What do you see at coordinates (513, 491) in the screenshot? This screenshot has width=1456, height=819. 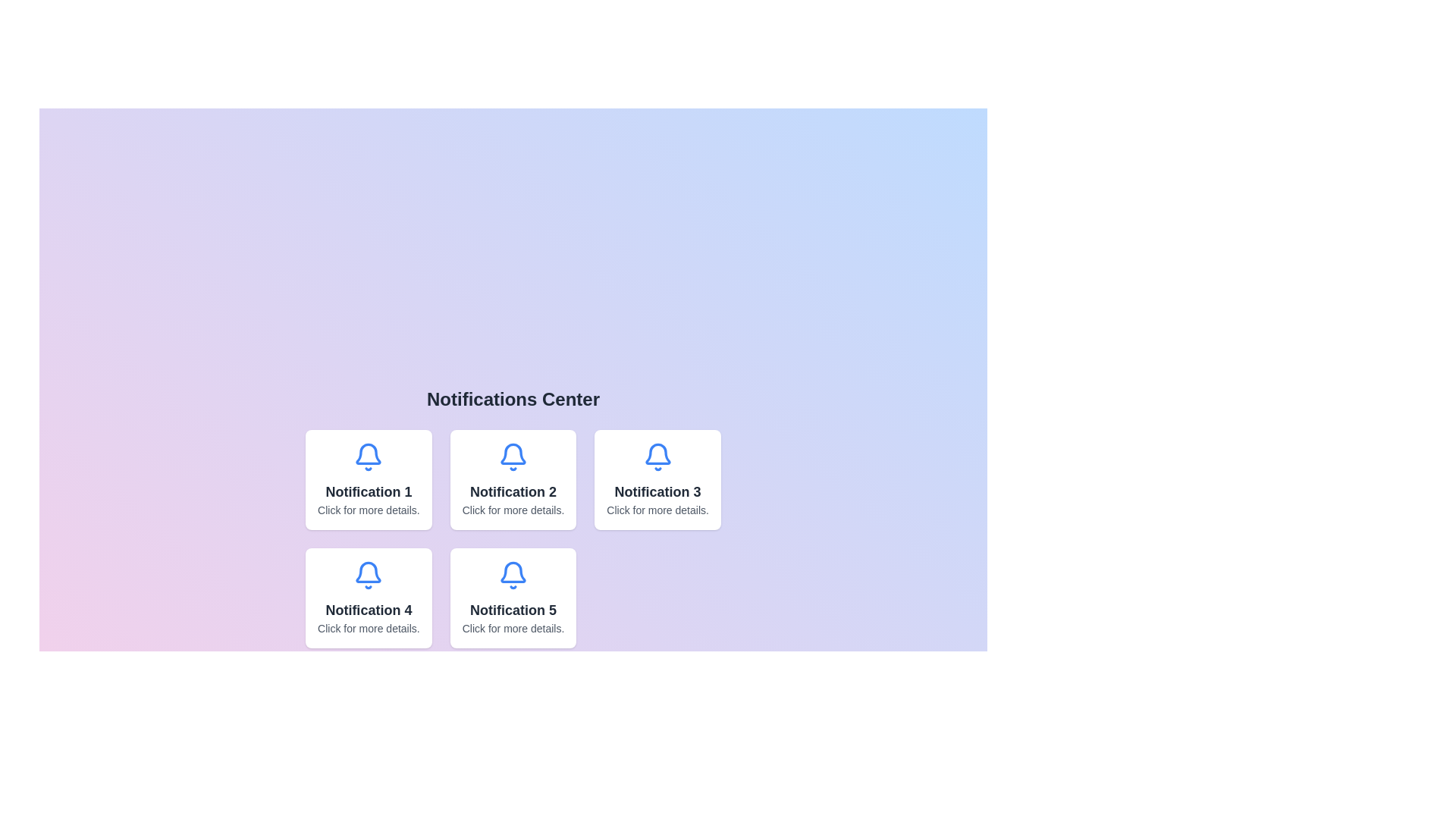 I see `text from the Text Label displaying 'Notification 2', which is centrally aligned and located within the Notifications Center page, just below the bell icon` at bounding box center [513, 491].